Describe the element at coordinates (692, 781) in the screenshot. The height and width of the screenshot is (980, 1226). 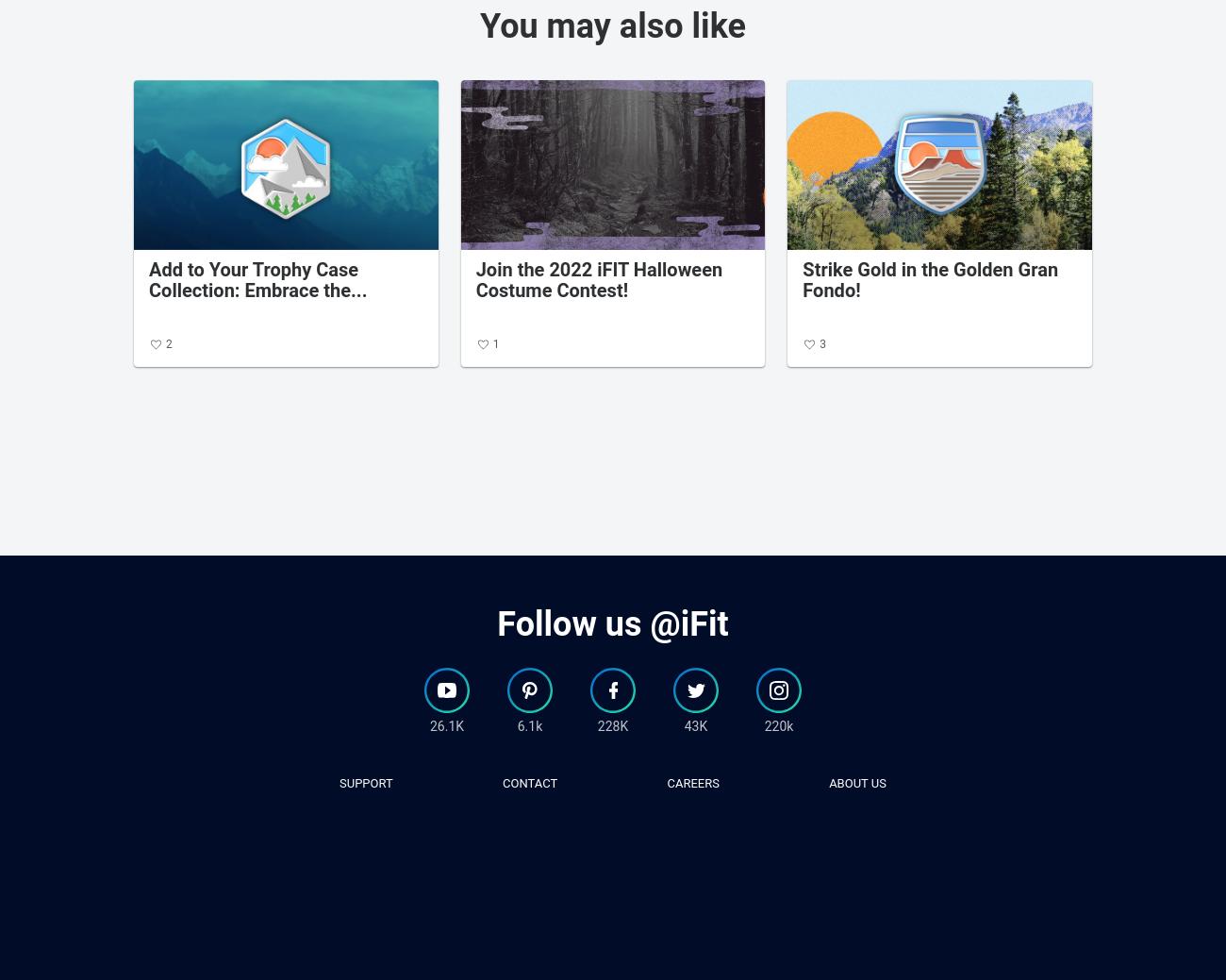
I see `'careers'` at that location.